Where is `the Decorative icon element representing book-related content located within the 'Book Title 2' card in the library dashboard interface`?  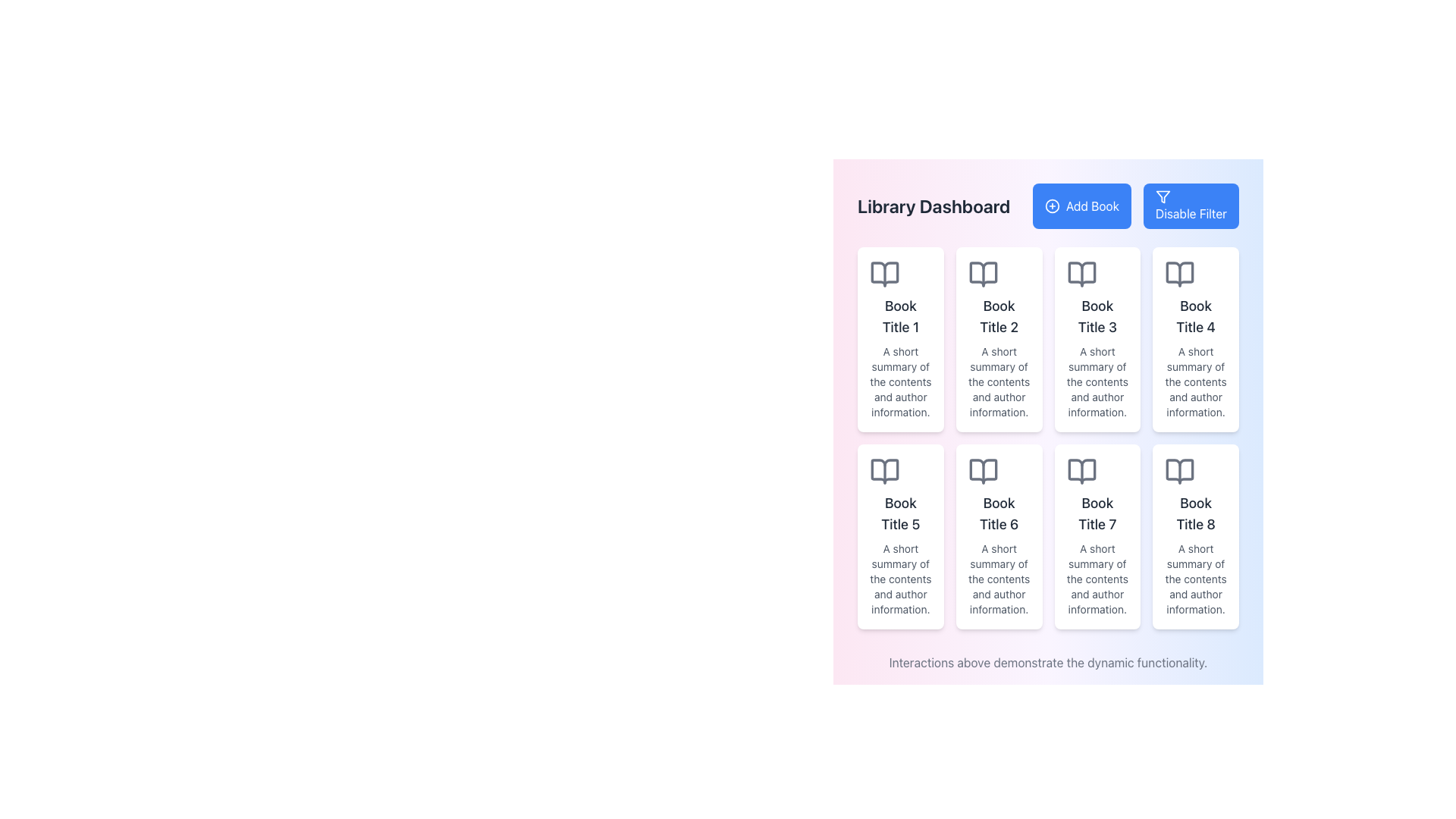
the Decorative icon element representing book-related content located within the 'Book Title 2' card in the library dashboard interface is located at coordinates (983, 275).